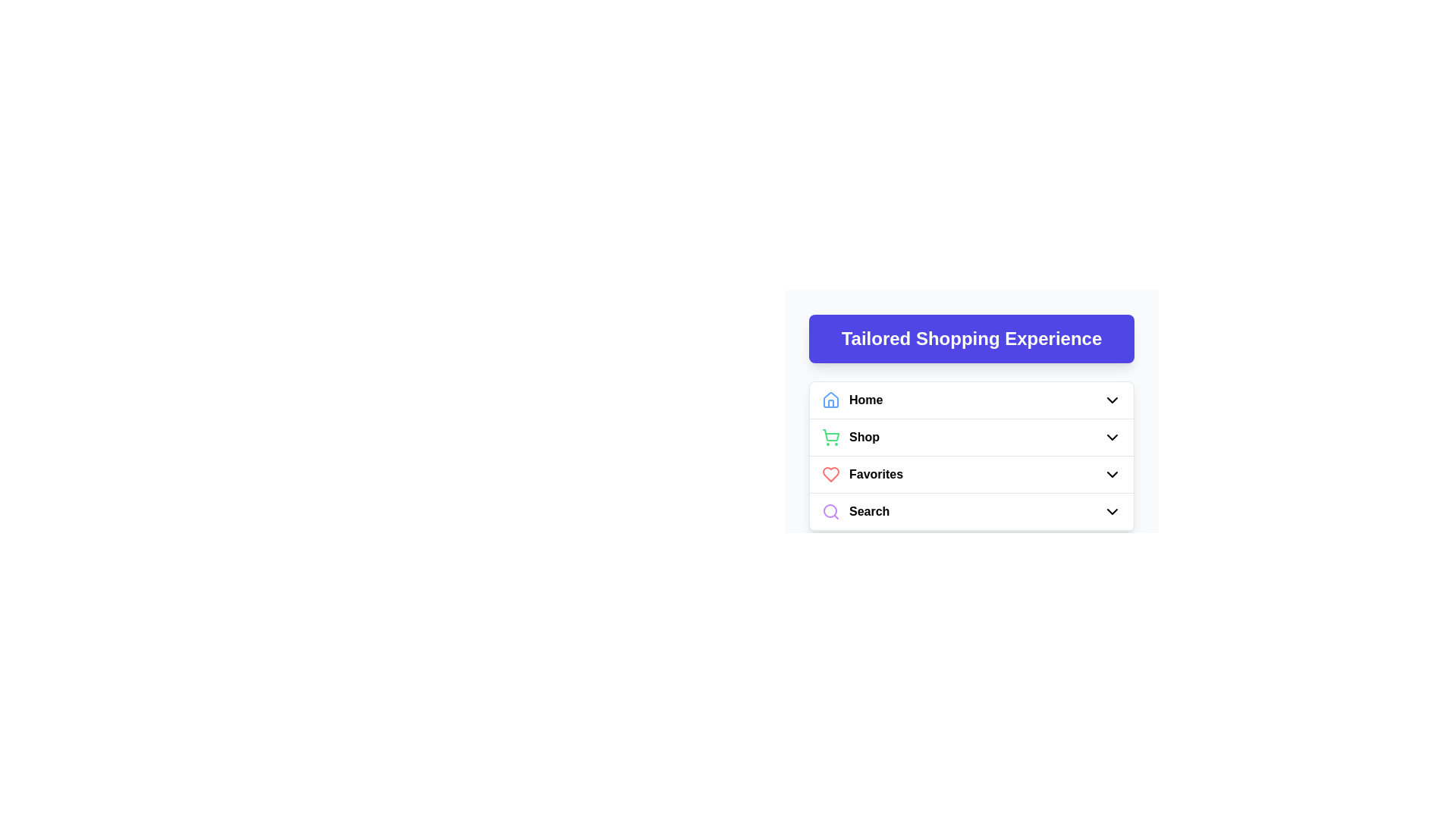  Describe the element at coordinates (971, 512) in the screenshot. I see `the 'Search' button, which is the last button in the vertical menu under 'Tailored Shopping Experience'` at that location.